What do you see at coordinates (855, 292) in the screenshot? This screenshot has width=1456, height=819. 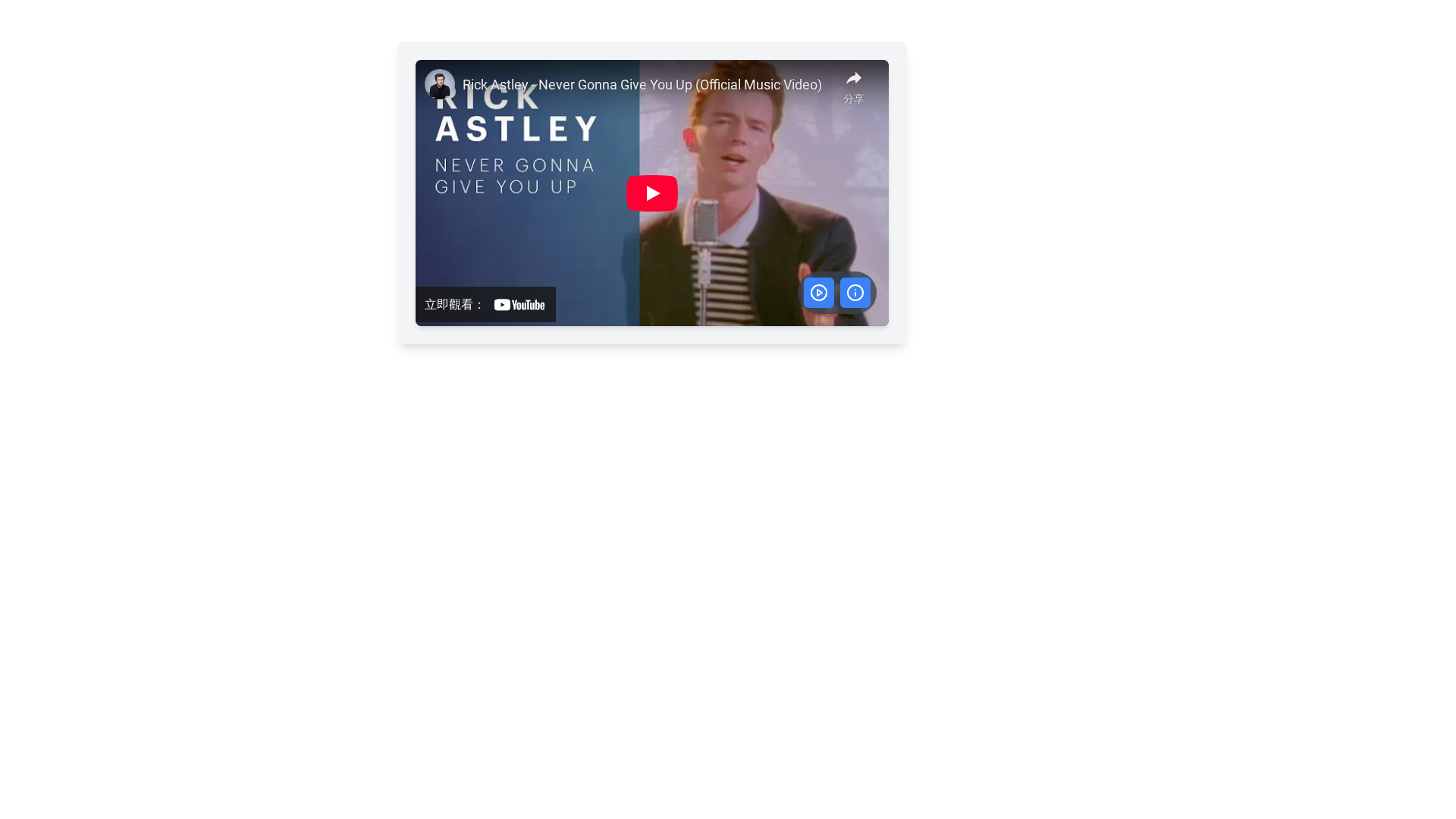 I see `the SVG Circle Element with a blue border and lighter background color located in the bottom-right section of the layout` at bounding box center [855, 292].